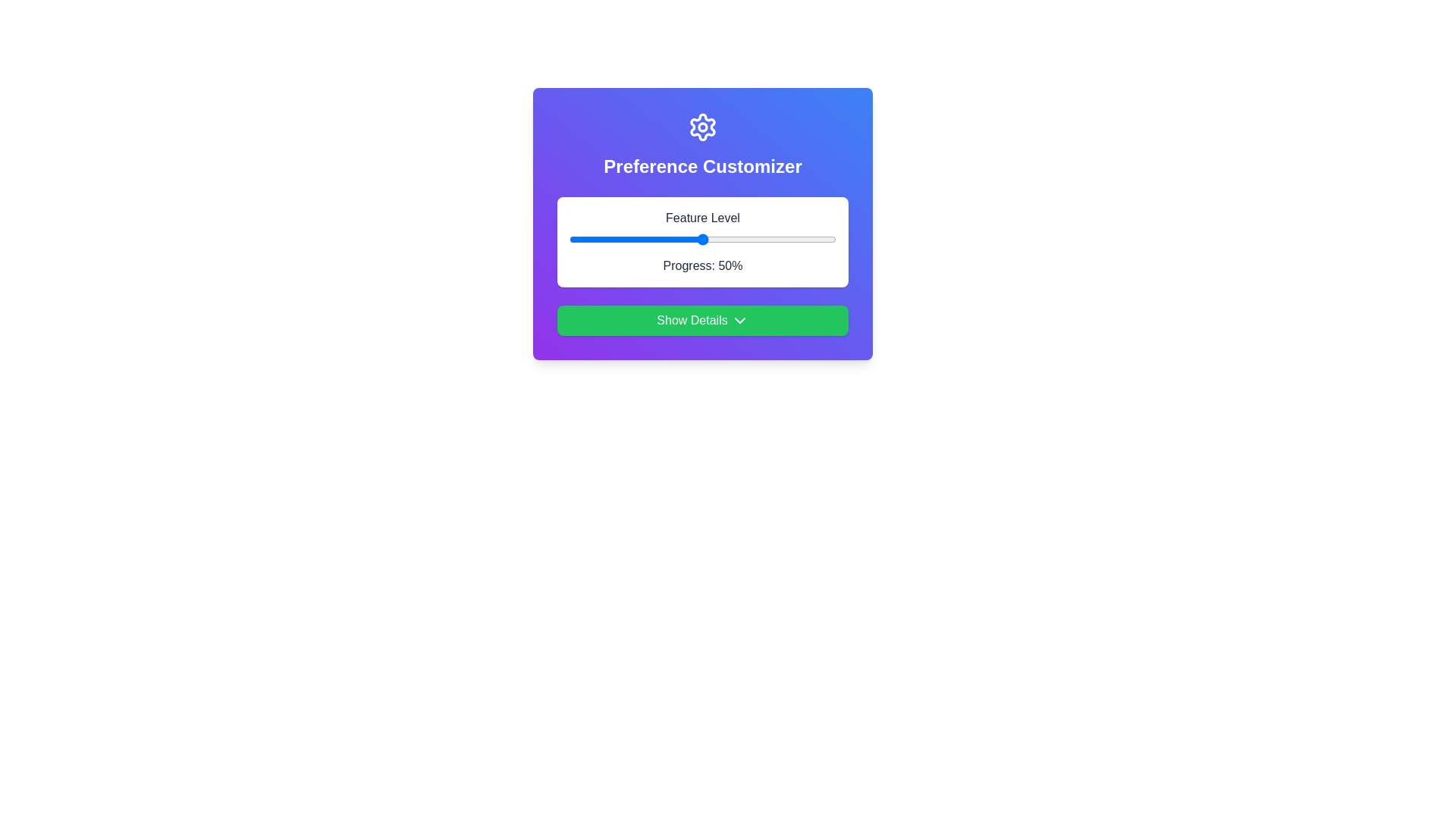 The width and height of the screenshot is (1456, 819). I want to click on the 'Show Details' button to expand additional information, so click(701, 320).